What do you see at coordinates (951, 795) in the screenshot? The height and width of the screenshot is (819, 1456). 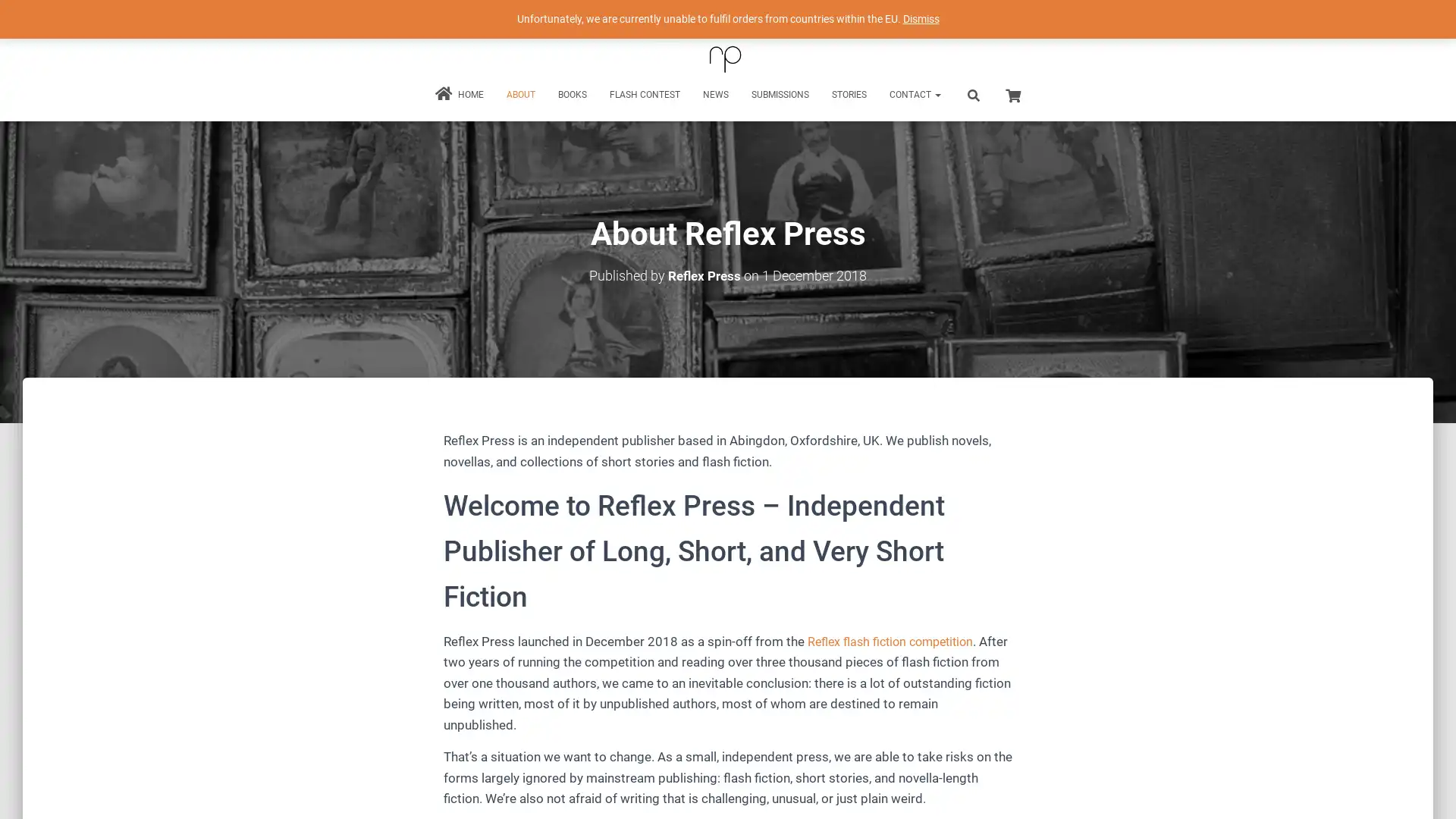 I see `Accept` at bounding box center [951, 795].